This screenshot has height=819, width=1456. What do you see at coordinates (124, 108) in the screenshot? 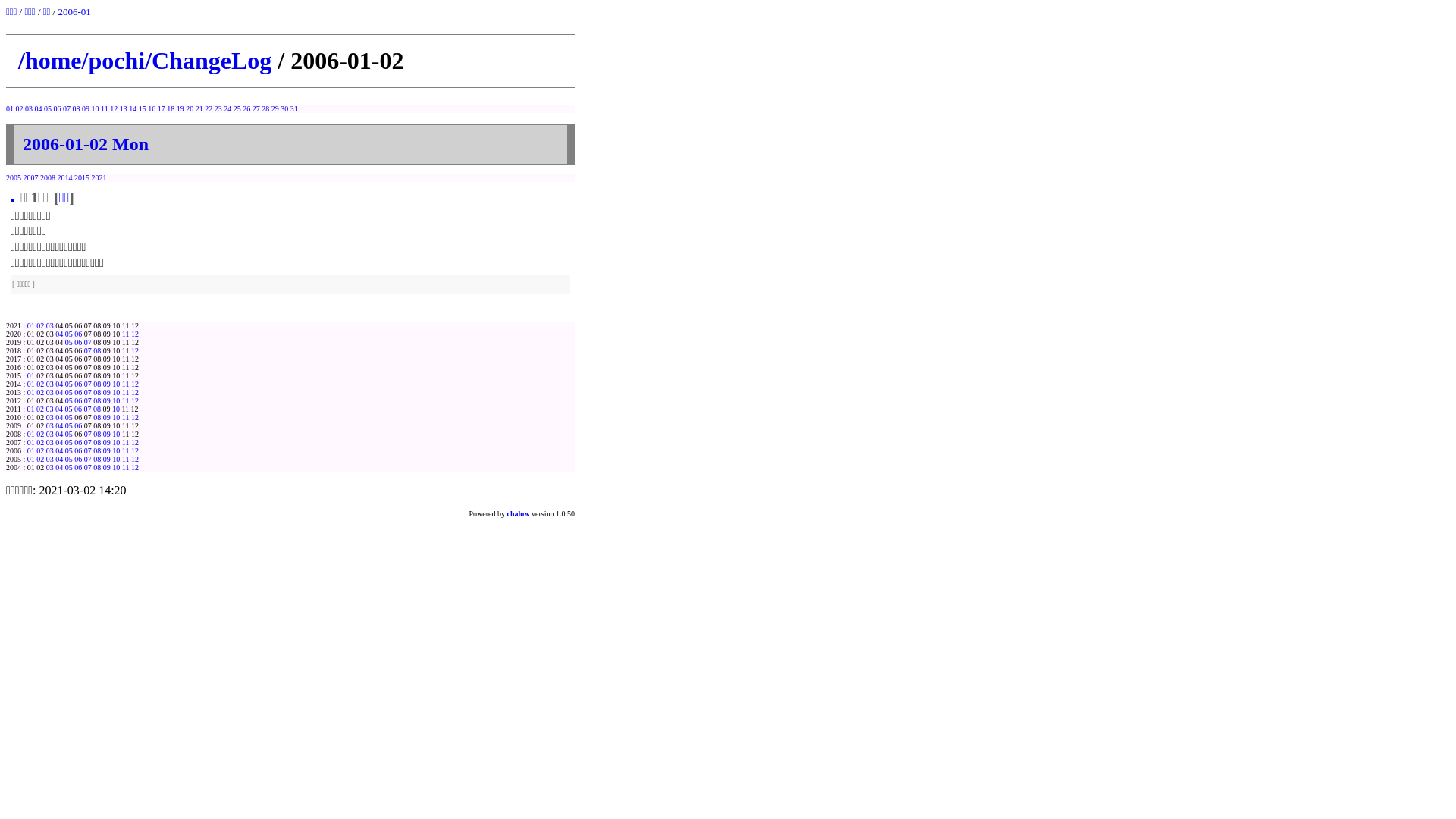
I see `'13'` at bounding box center [124, 108].